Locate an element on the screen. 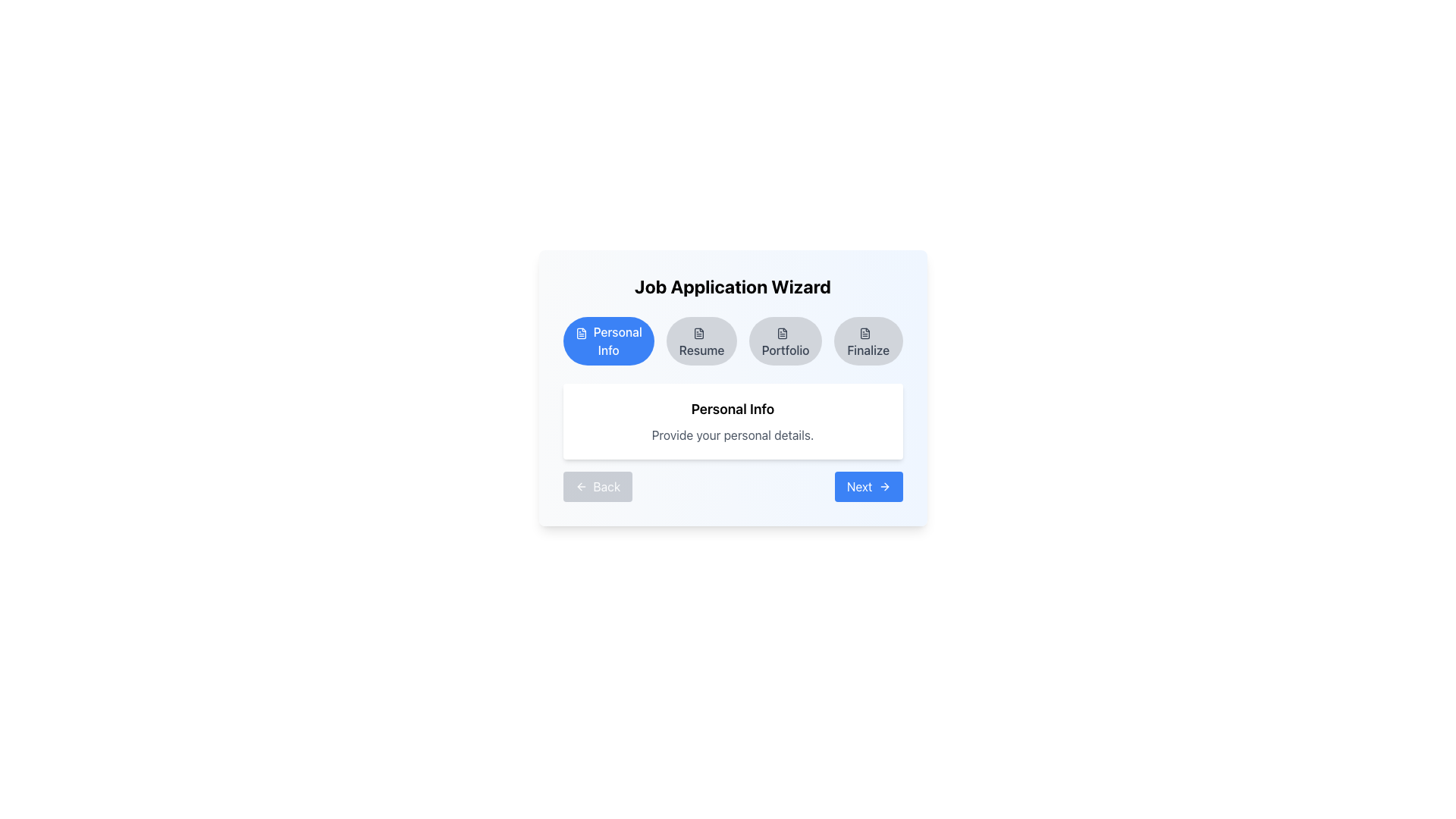 The image size is (1456, 819). the visual indicator icon for the 'Personal Info' tab in the Job Application Wizard interface, located to the left of the Resume tab is located at coordinates (580, 332).